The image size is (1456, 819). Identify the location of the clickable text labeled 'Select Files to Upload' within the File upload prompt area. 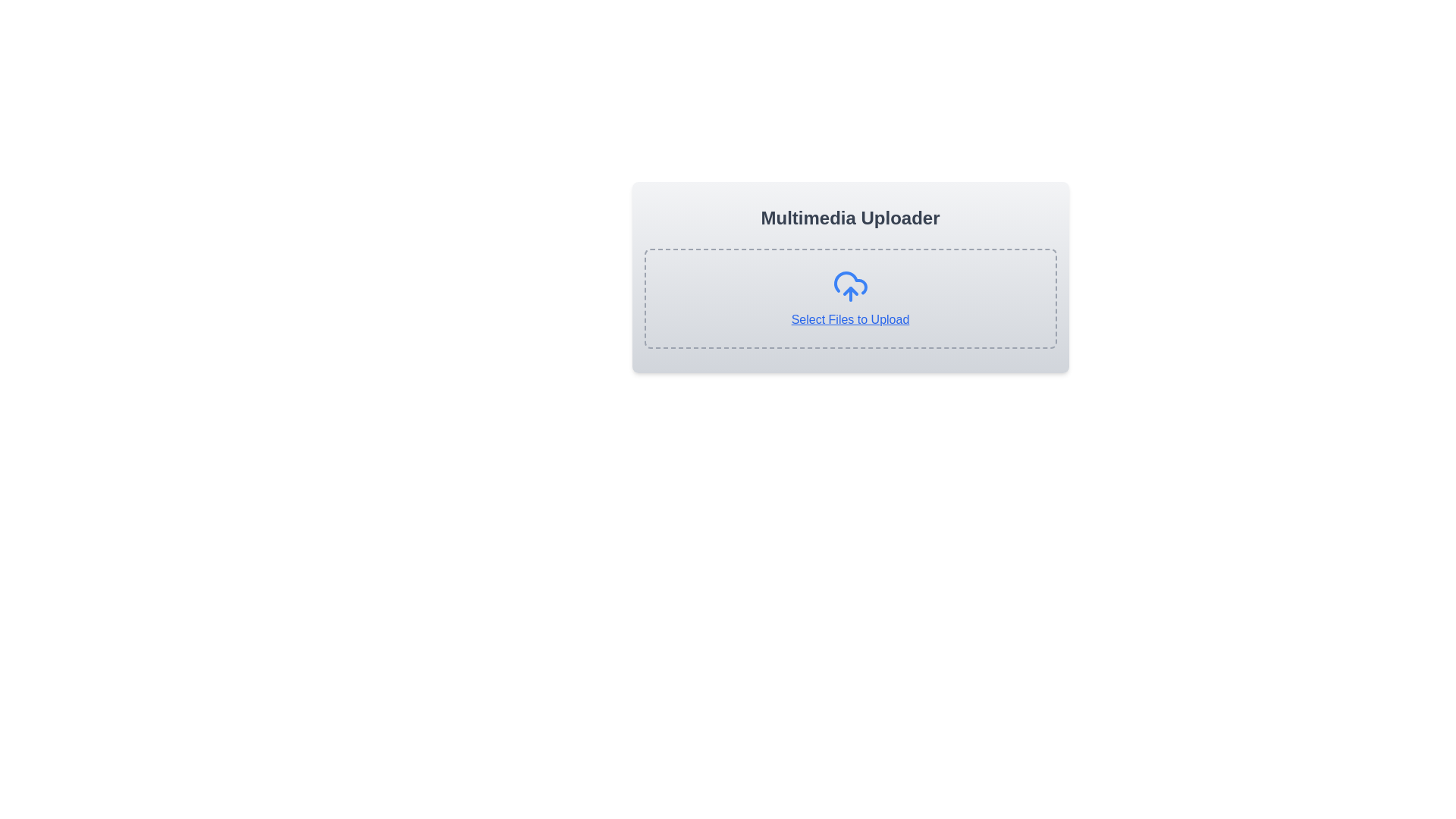
(850, 298).